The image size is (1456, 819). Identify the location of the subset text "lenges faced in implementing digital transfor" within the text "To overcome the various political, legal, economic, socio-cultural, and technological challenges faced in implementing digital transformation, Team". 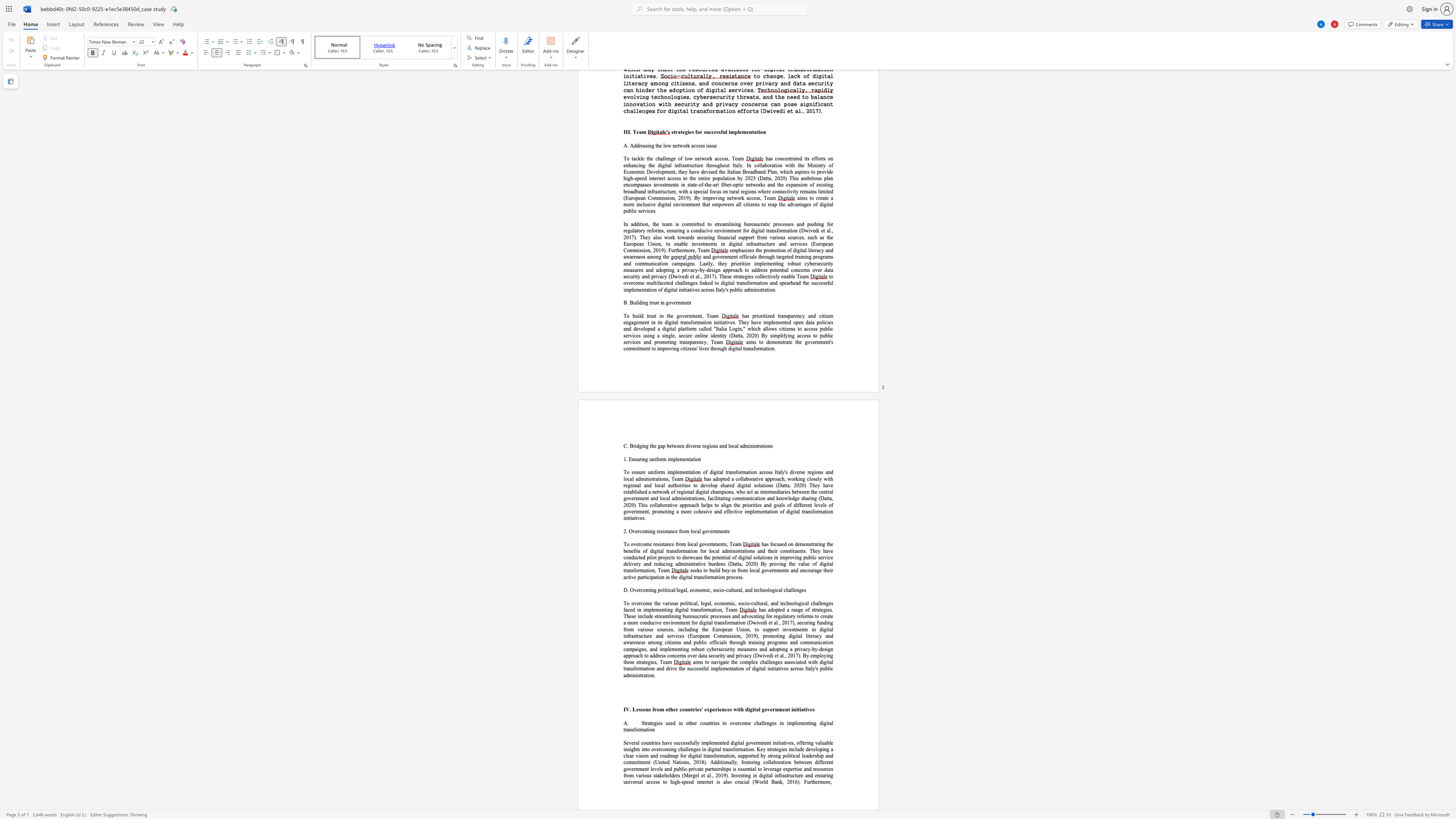
(819, 603).